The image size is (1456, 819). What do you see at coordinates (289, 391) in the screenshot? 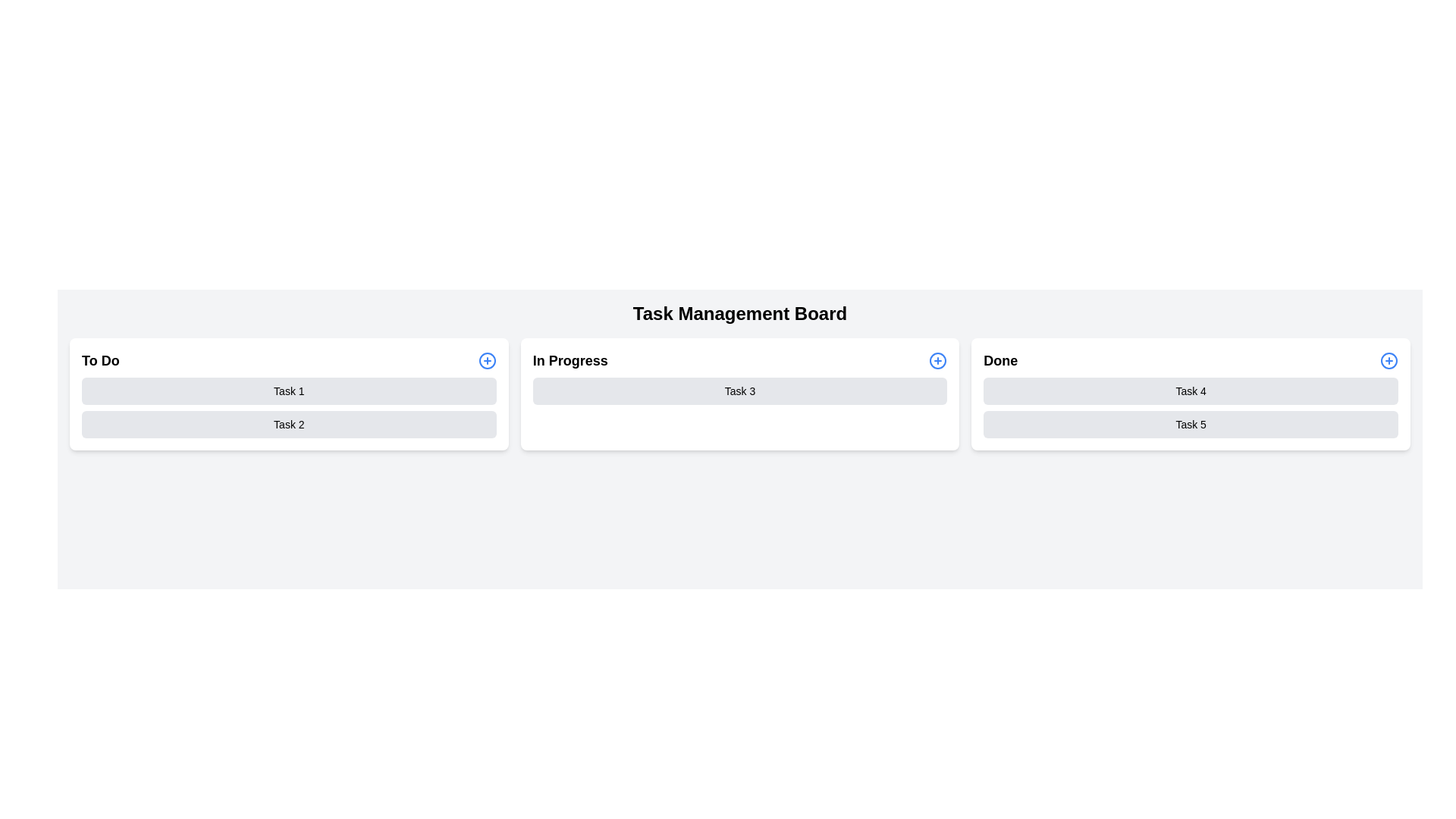
I see `the task labeled 'Task 1'` at bounding box center [289, 391].